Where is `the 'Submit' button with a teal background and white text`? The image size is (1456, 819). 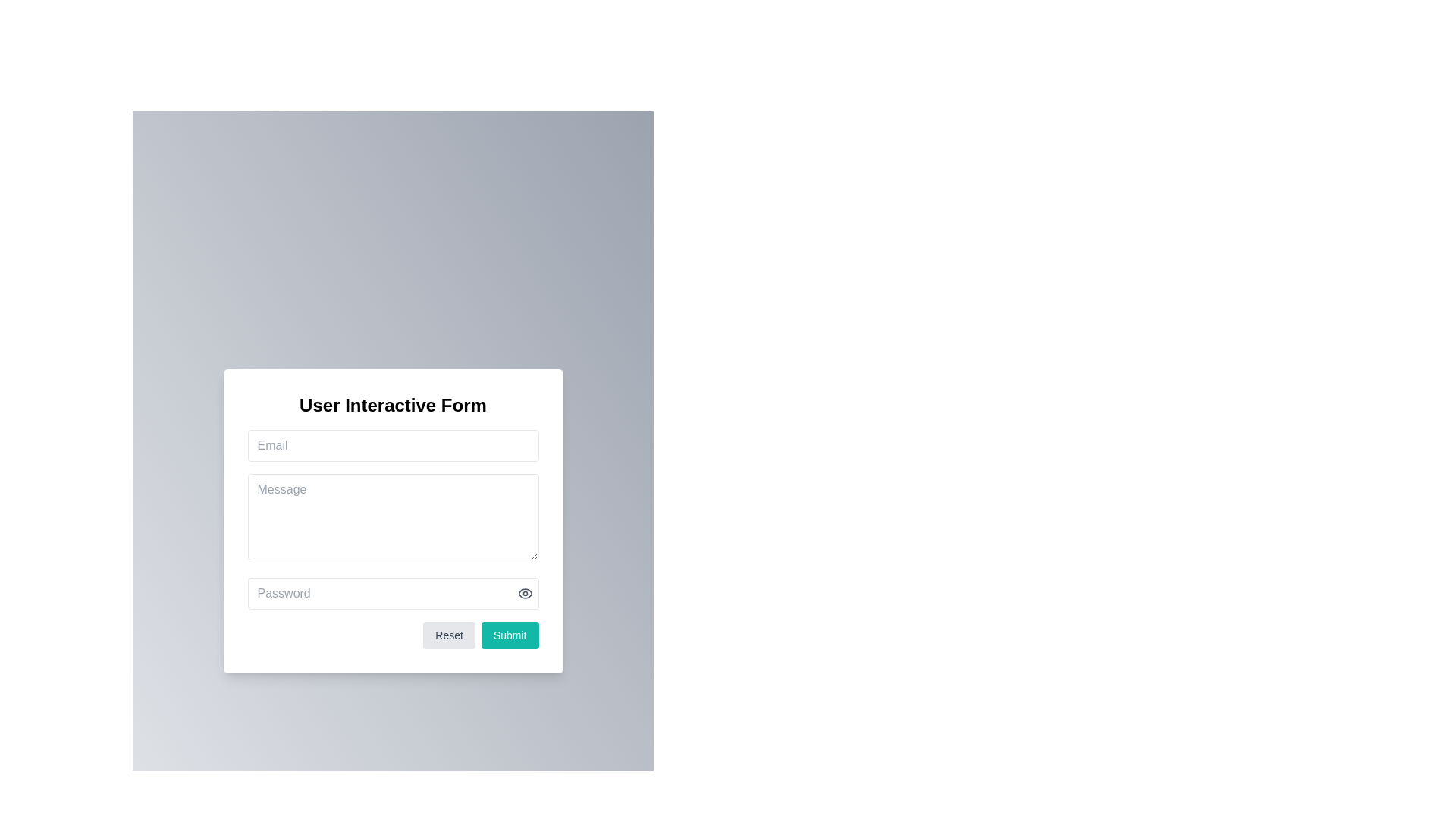
the 'Submit' button with a teal background and white text is located at coordinates (510, 635).